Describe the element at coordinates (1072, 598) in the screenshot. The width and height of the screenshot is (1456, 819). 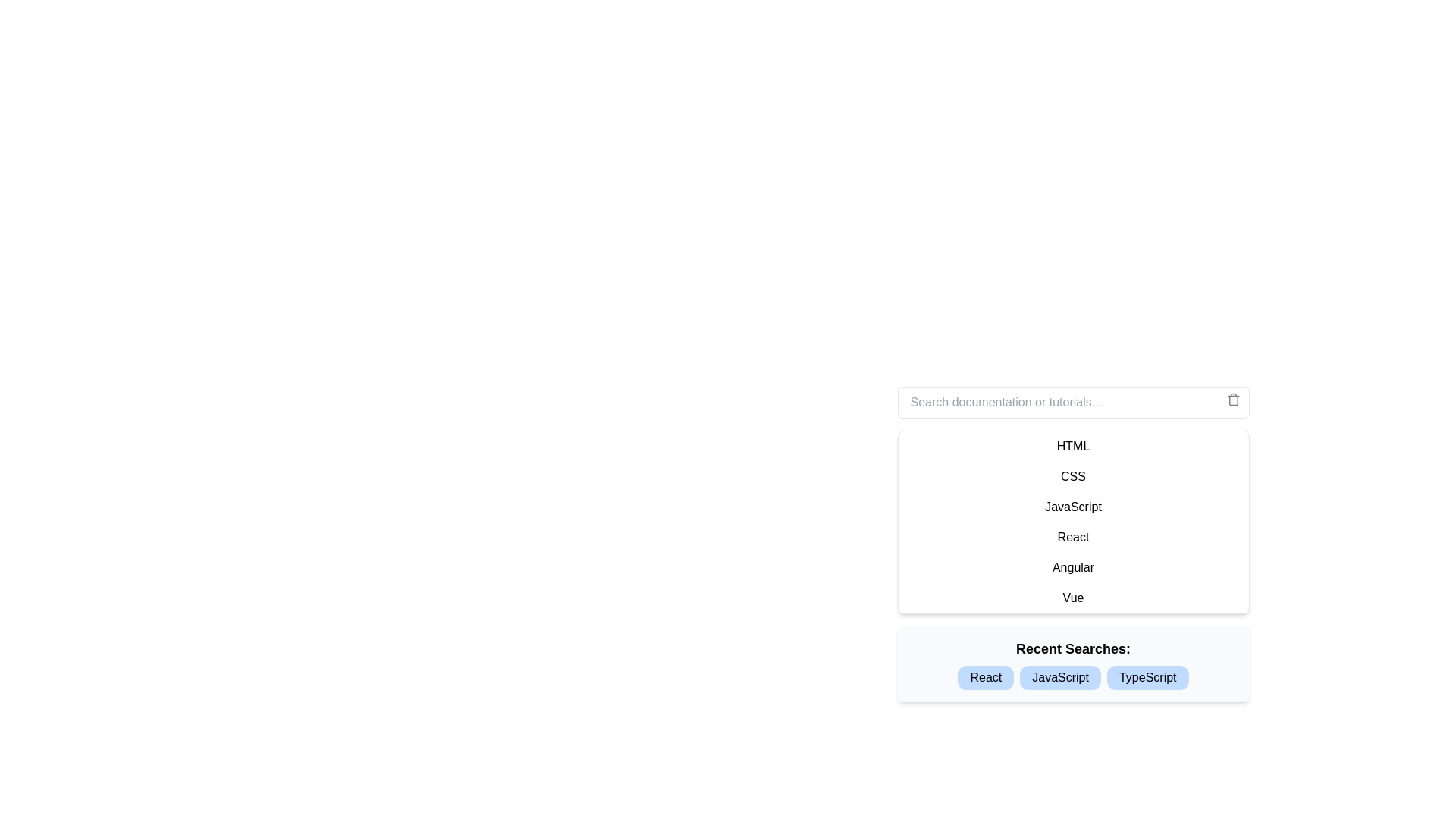
I see `the 'Vue' menu item, the last item in a vertical list of options including 'HTML', 'CSS', 'JavaScript', 'React', and 'Angular'` at that location.